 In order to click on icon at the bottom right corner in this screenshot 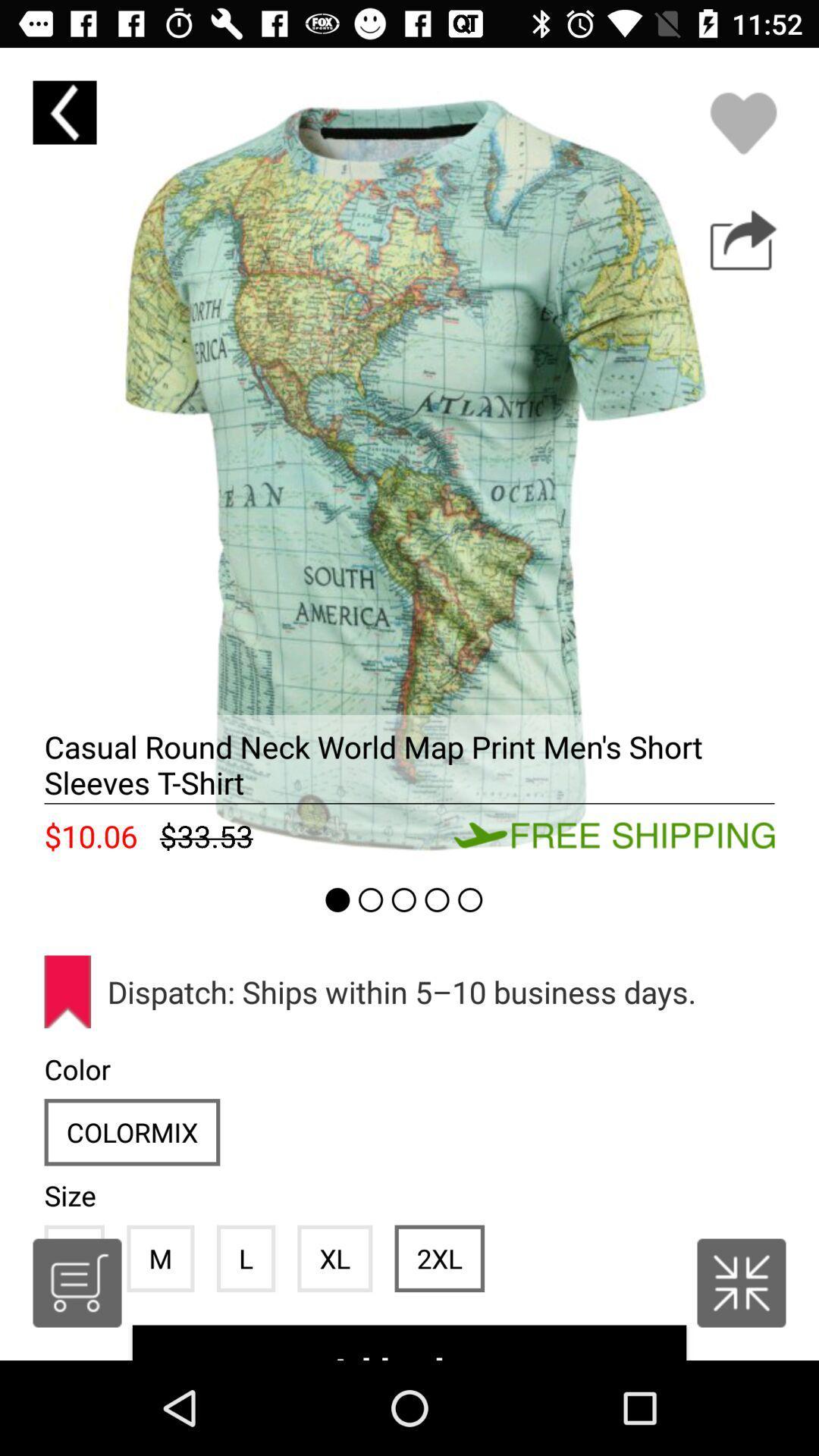, I will do `click(741, 1282)`.